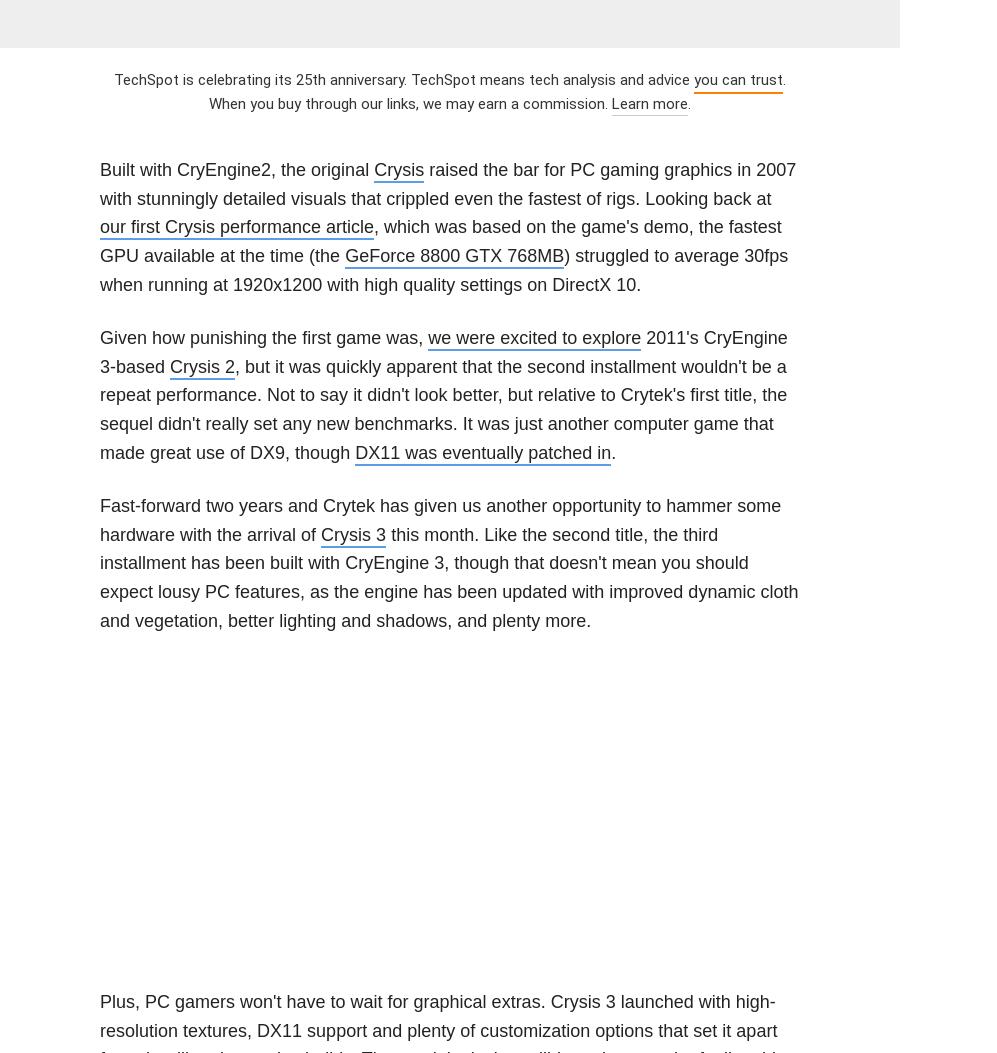 The height and width of the screenshot is (1053, 997). Describe the element at coordinates (483, 452) in the screenshot. I see `'DX11 was eventually patched in'` at that location.